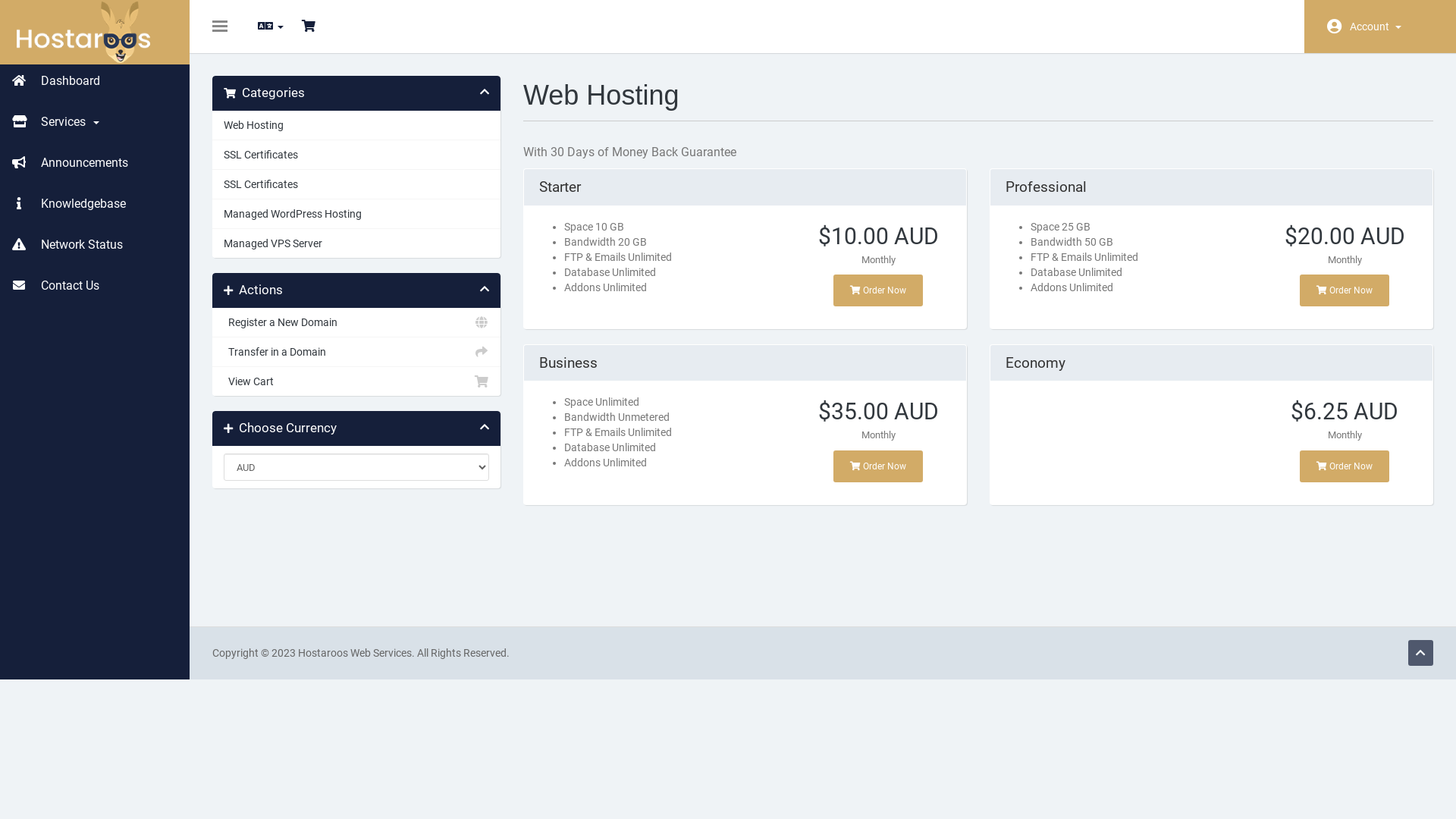 This screenshot has height=819, width=1456. Describe the element at coordinates (1344, 290) in the screenshot. I see `'Order Now'` at that location.